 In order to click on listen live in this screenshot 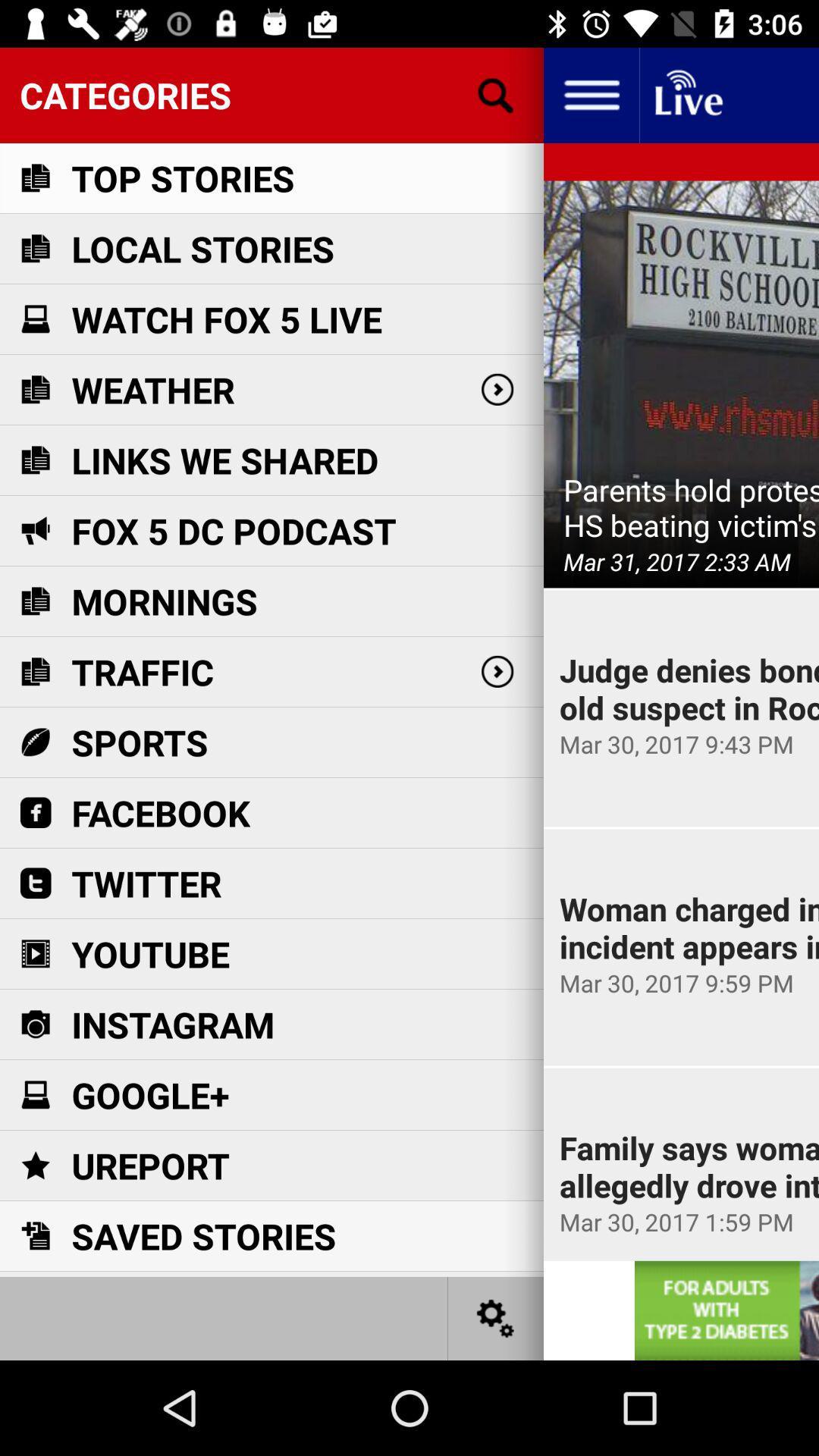, I will do `click(687, 94)`.